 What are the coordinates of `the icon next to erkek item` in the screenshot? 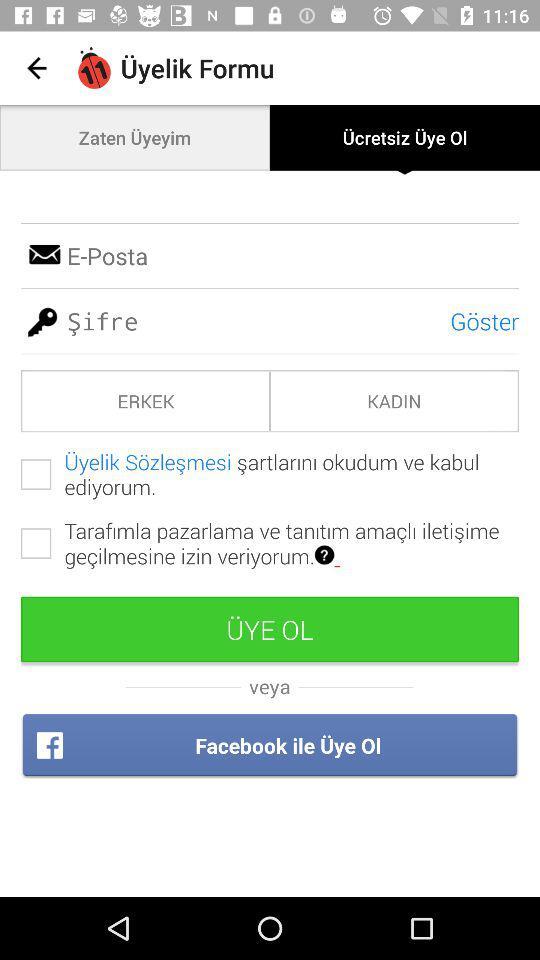 It's located at (394, 400).